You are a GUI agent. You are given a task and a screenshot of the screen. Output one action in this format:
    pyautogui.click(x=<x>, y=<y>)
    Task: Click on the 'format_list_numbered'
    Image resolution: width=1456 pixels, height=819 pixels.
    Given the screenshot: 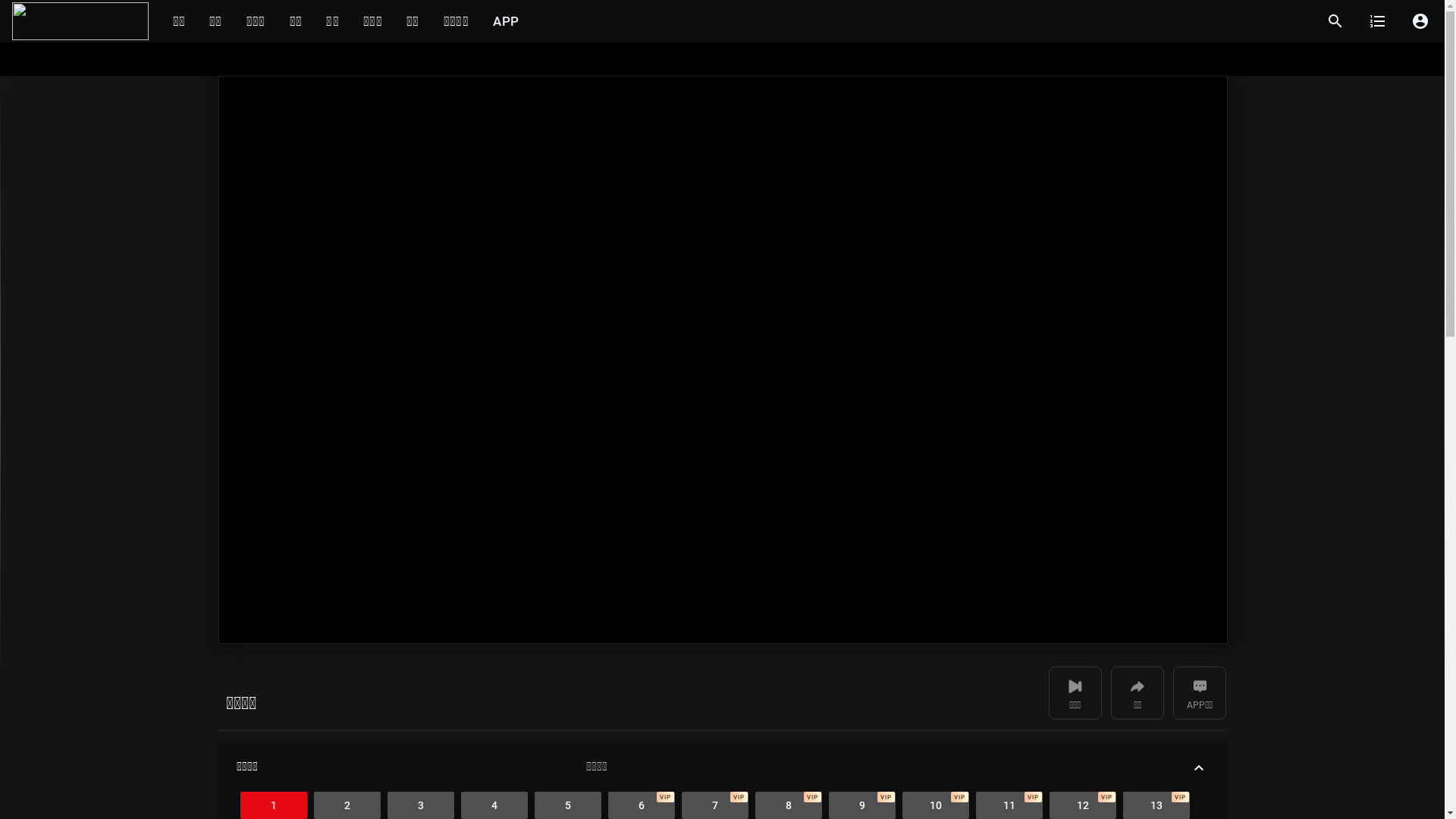 What is the action you would take?
    pyautogui.click(x=1378, y=20)
    